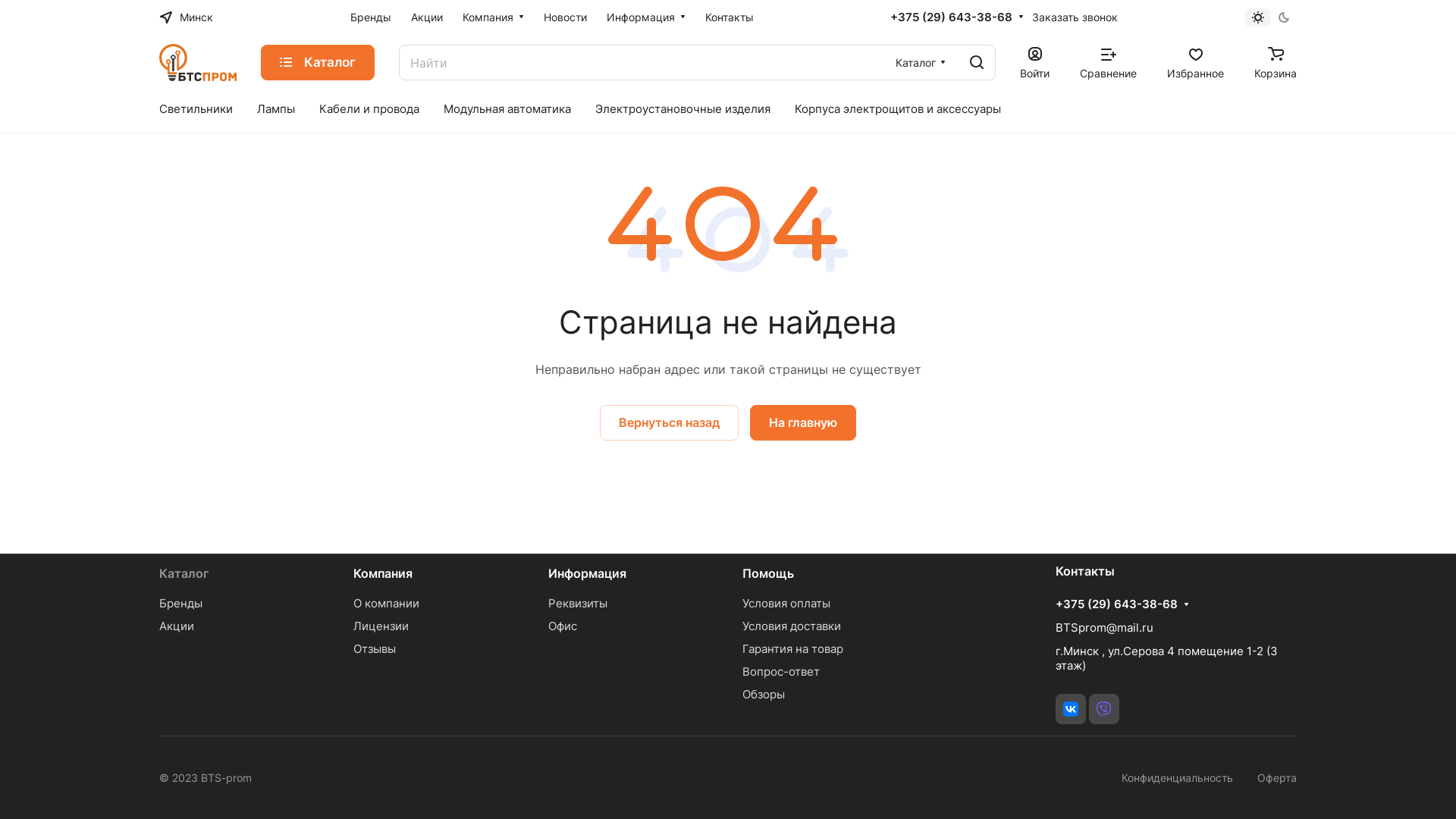 This screenshot has height=819, width=1456. I want to click on 'BTSprom@mail.ru', so click(1104, 627).